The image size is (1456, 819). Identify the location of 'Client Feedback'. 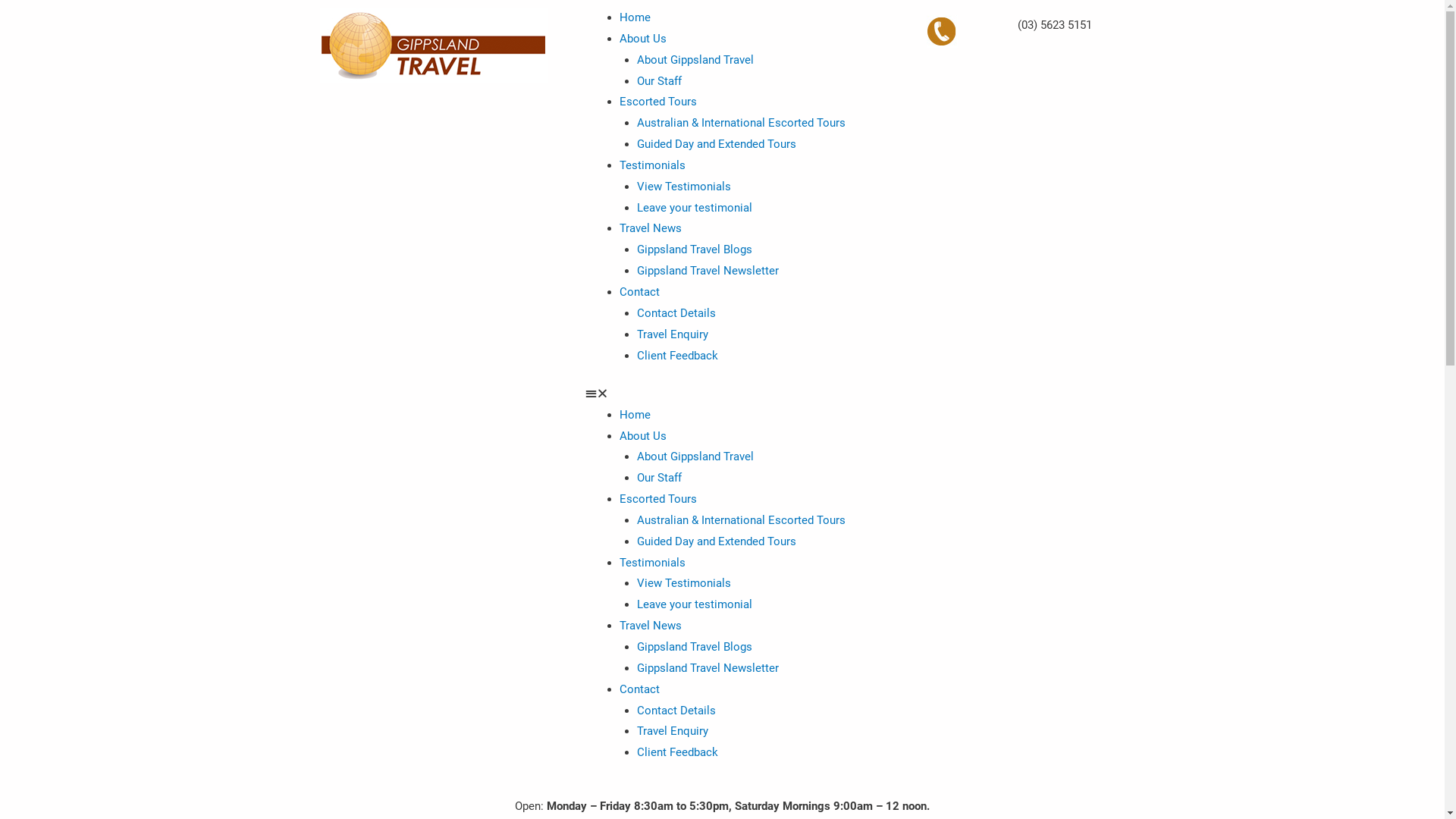
(676, 752).